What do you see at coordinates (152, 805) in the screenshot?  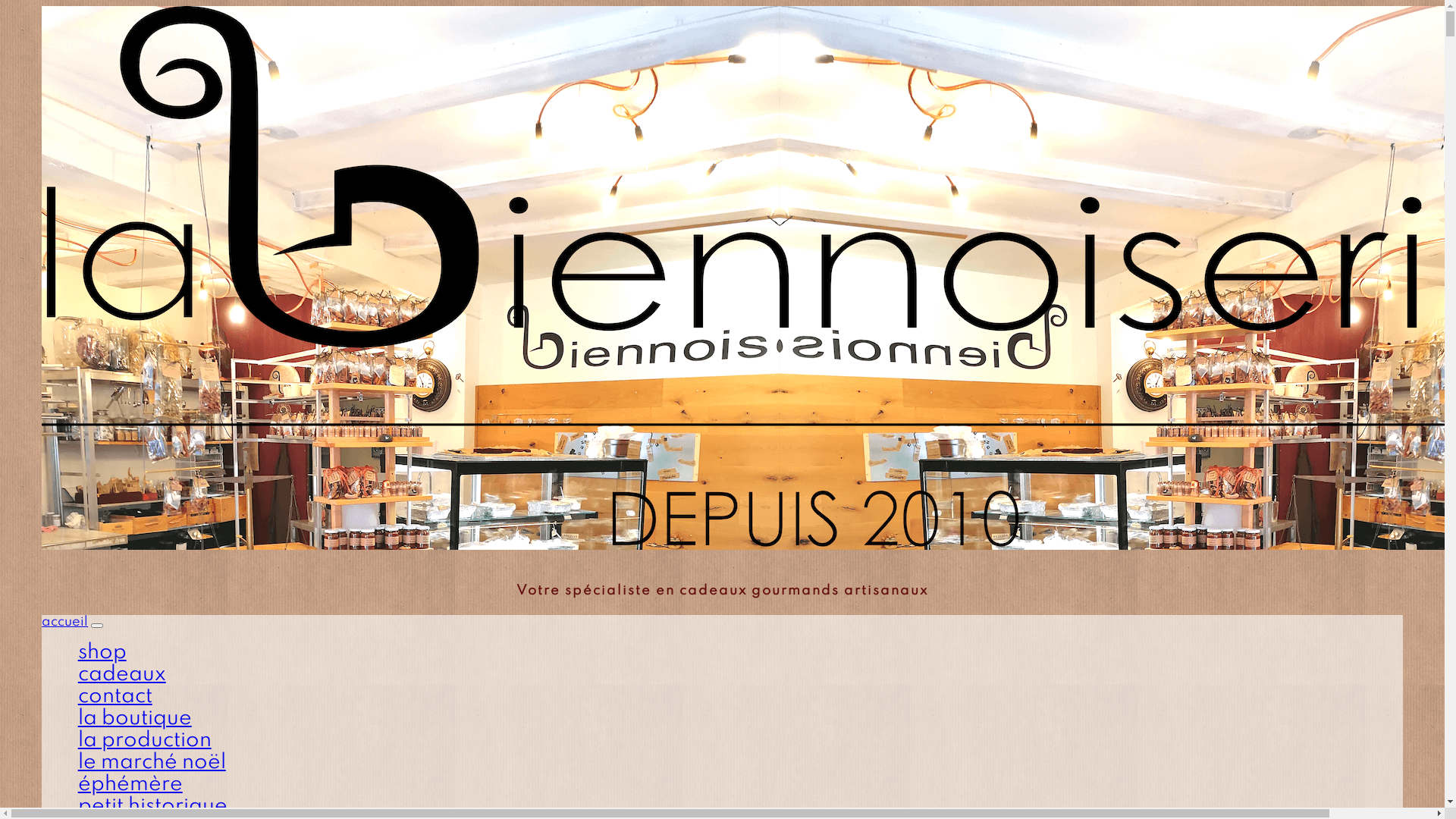 I see `'petit historique'` at bounding box center [152, 805].